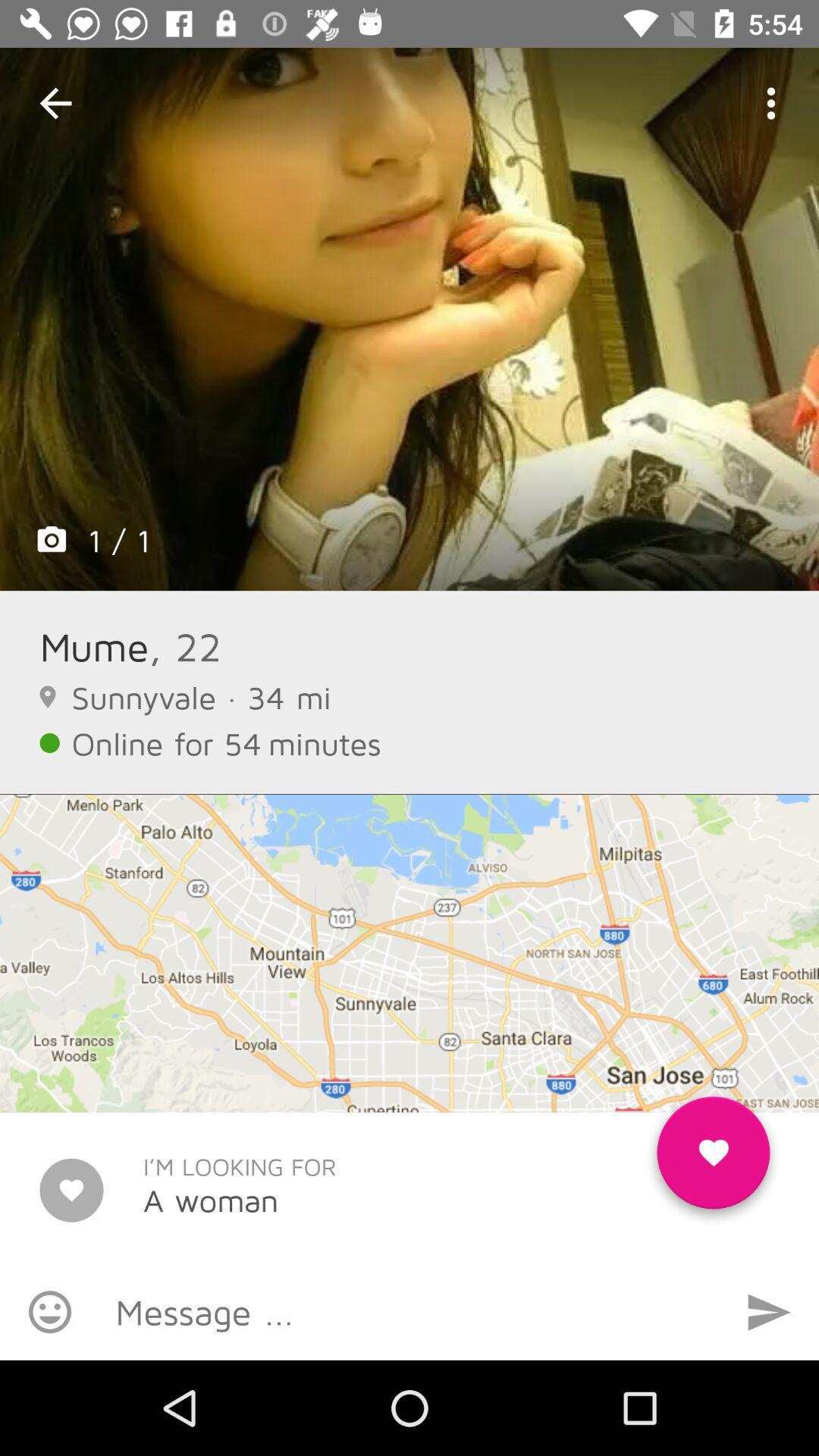 This screenshot has height=1456, width=819. Describe the element at coordinates (769, 1311) in the screenshot. I see `send message` at that location.